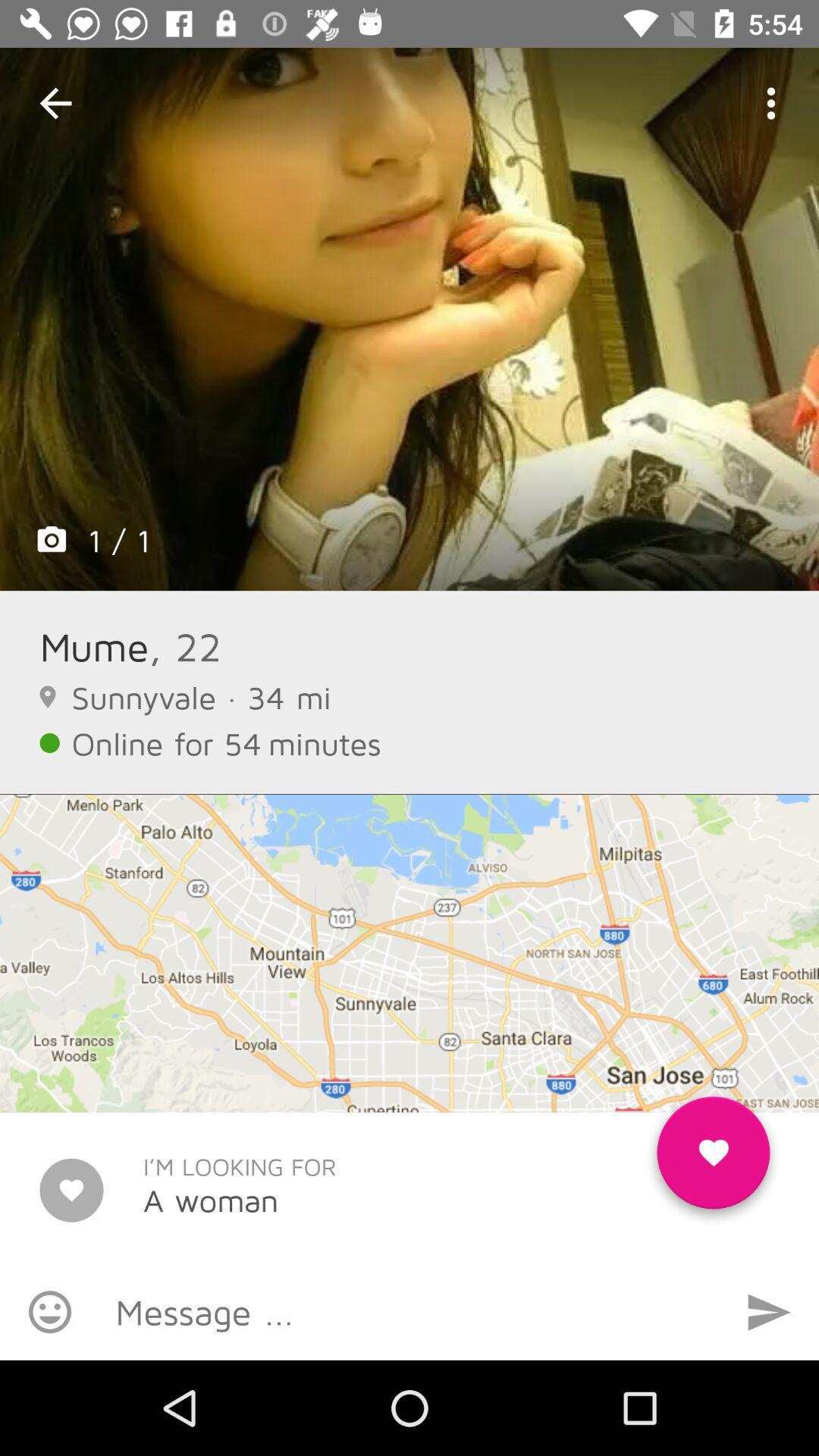 This screenshot has height=1456, width=819. Describe the element at coordinates (769, 1311) in the screenshot. I see `send message` at that location.